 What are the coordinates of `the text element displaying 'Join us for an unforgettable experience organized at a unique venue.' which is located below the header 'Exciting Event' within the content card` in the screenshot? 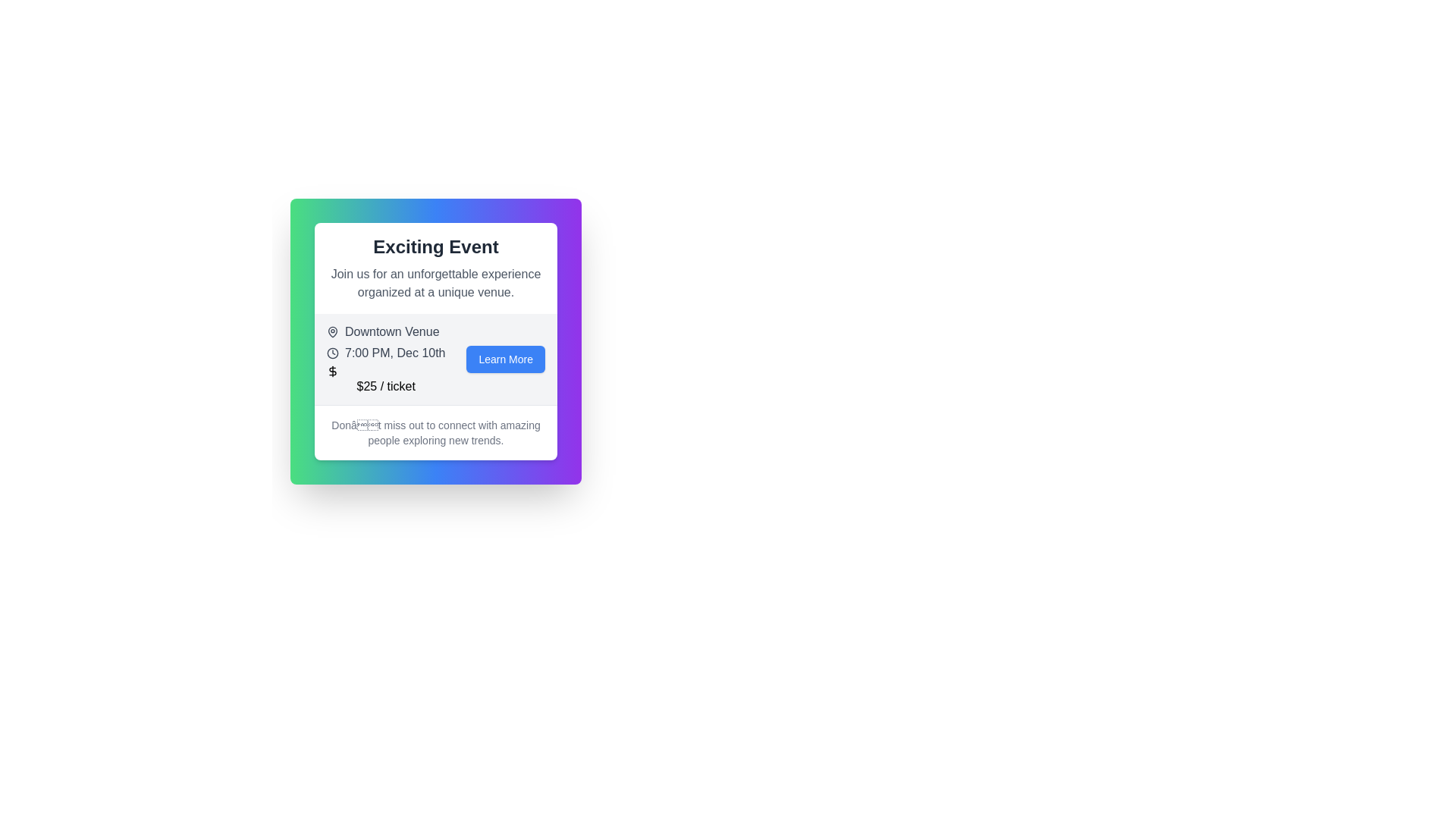 It's located at (435, 284).